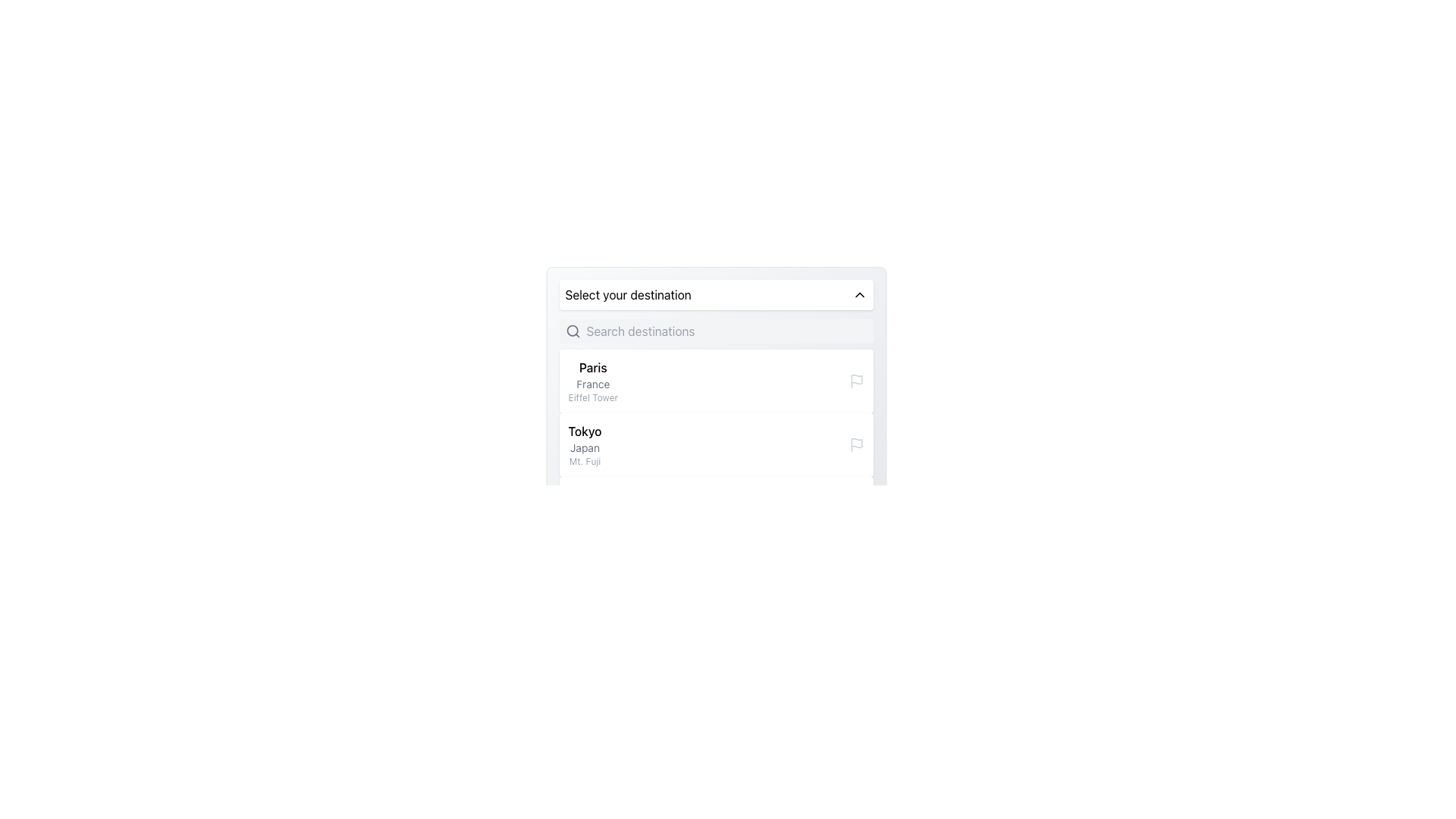  What do you see at coordinates (584, 447) in the screenshot?
I see `the text label containing the word 'Japan', which is positioned directly beneath the 'Tokyo' label and above the 'Mt. Fuji' label` at bounding box center [584, 447].